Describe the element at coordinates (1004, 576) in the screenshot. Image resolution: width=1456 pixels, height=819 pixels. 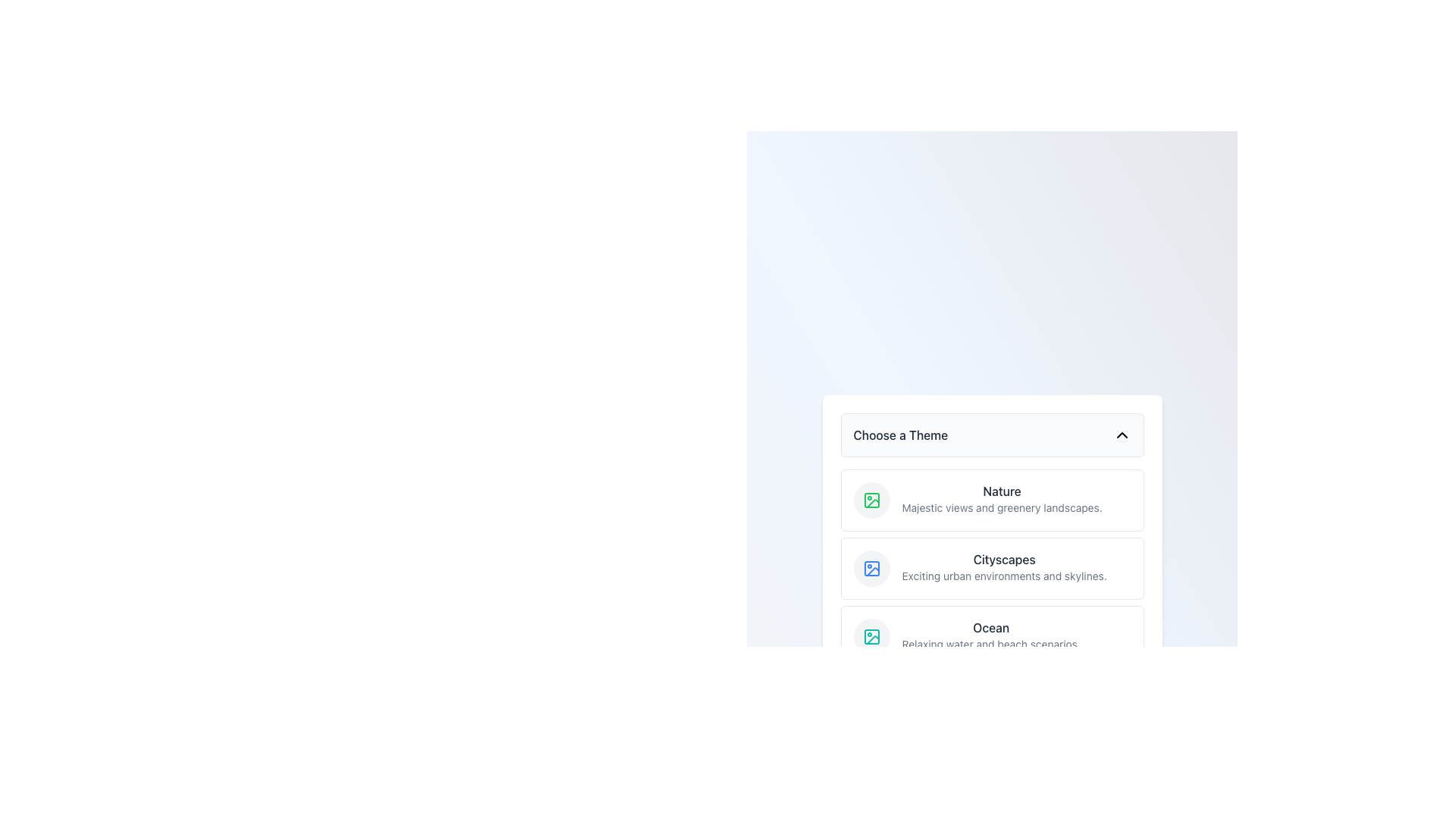
I see `descriptive subtitle text label located below the 'Cityscapes' title in the theme options` at that location.